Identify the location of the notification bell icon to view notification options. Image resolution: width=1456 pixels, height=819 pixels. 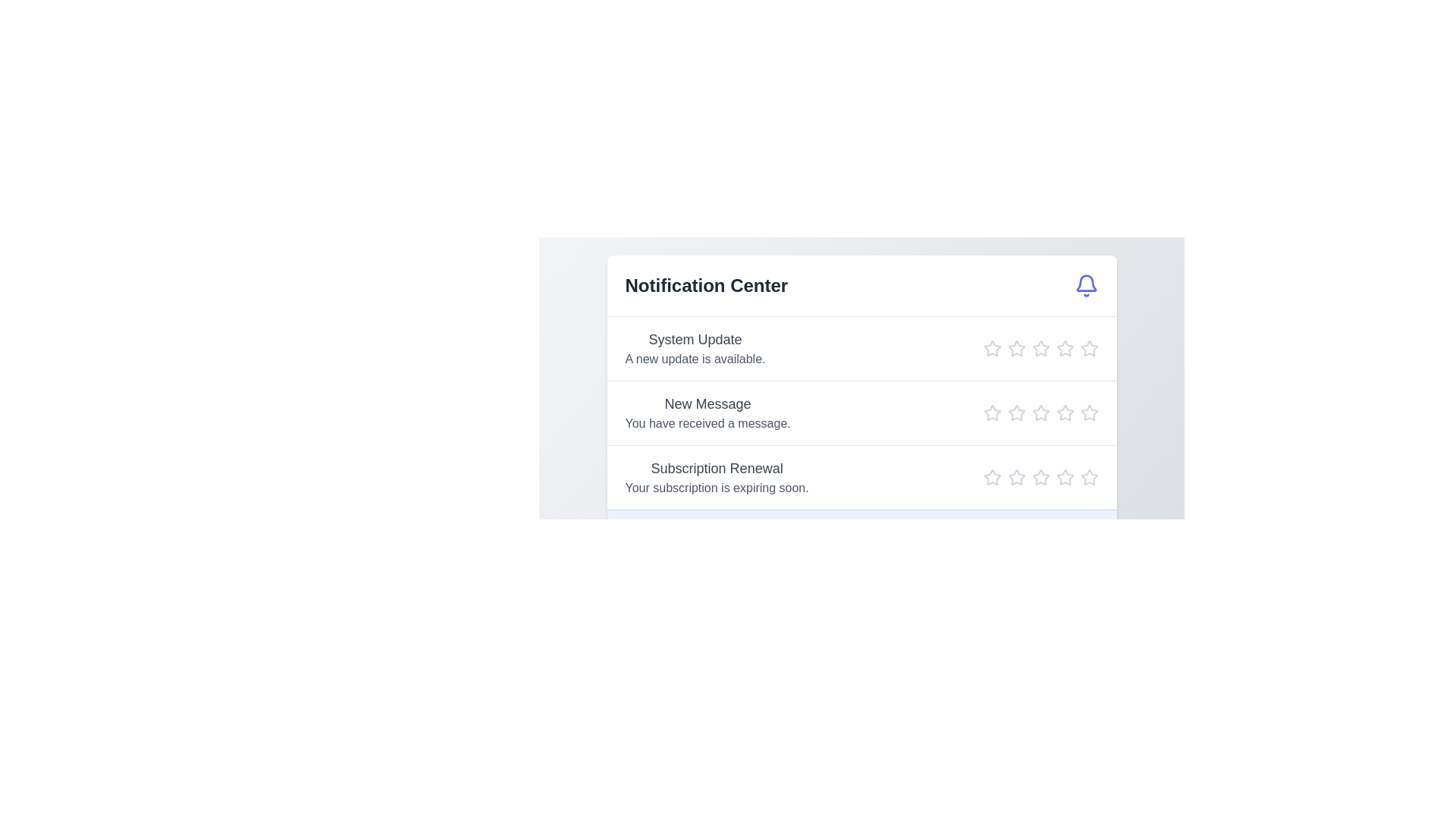
(1085, 286).